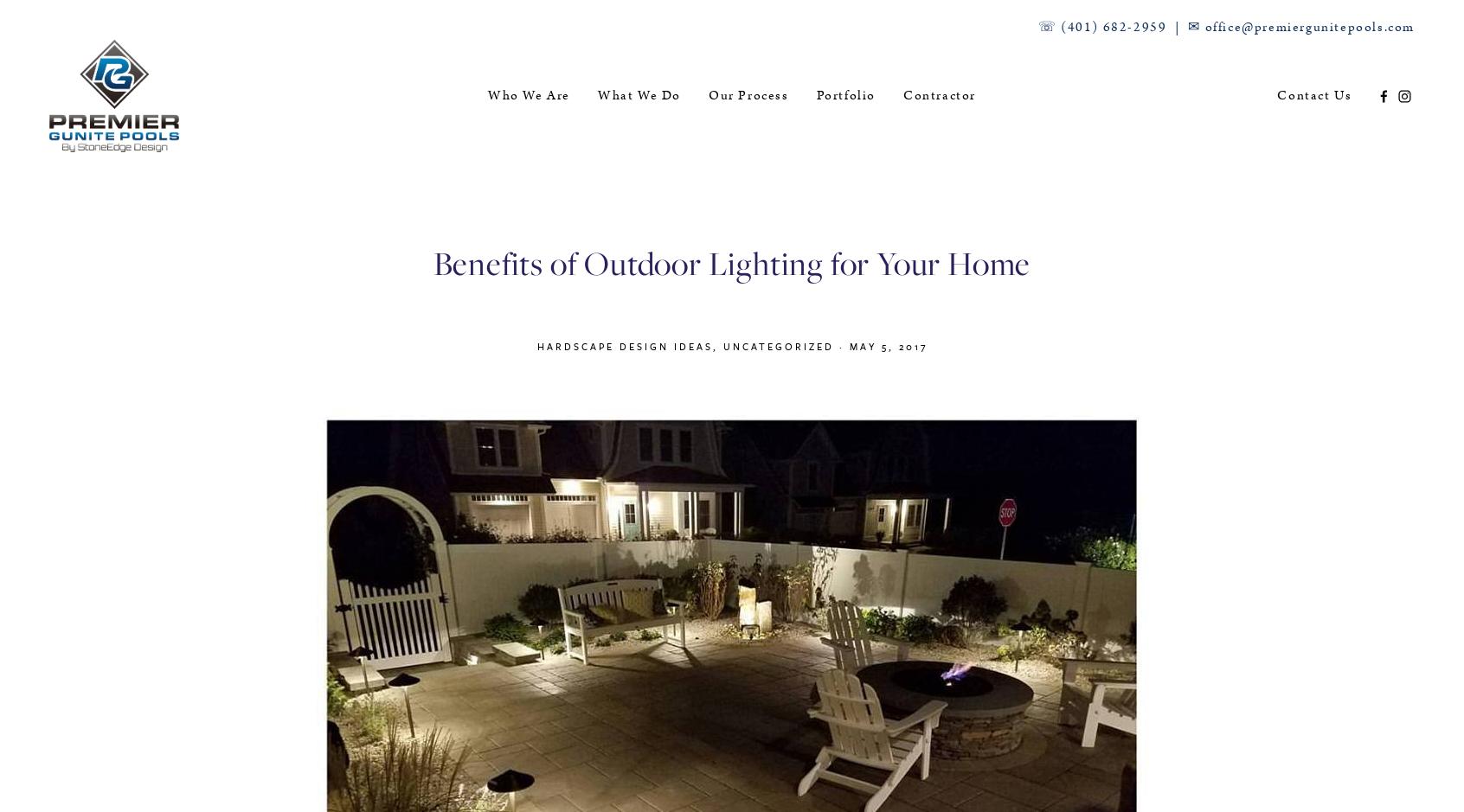 The width and height of the screenshot is (1464, 812). Describe the element at coordinates (731, 263) in the screenshot. I see `'Benefits of Outdoor Lighting for Your Home'` at that location.